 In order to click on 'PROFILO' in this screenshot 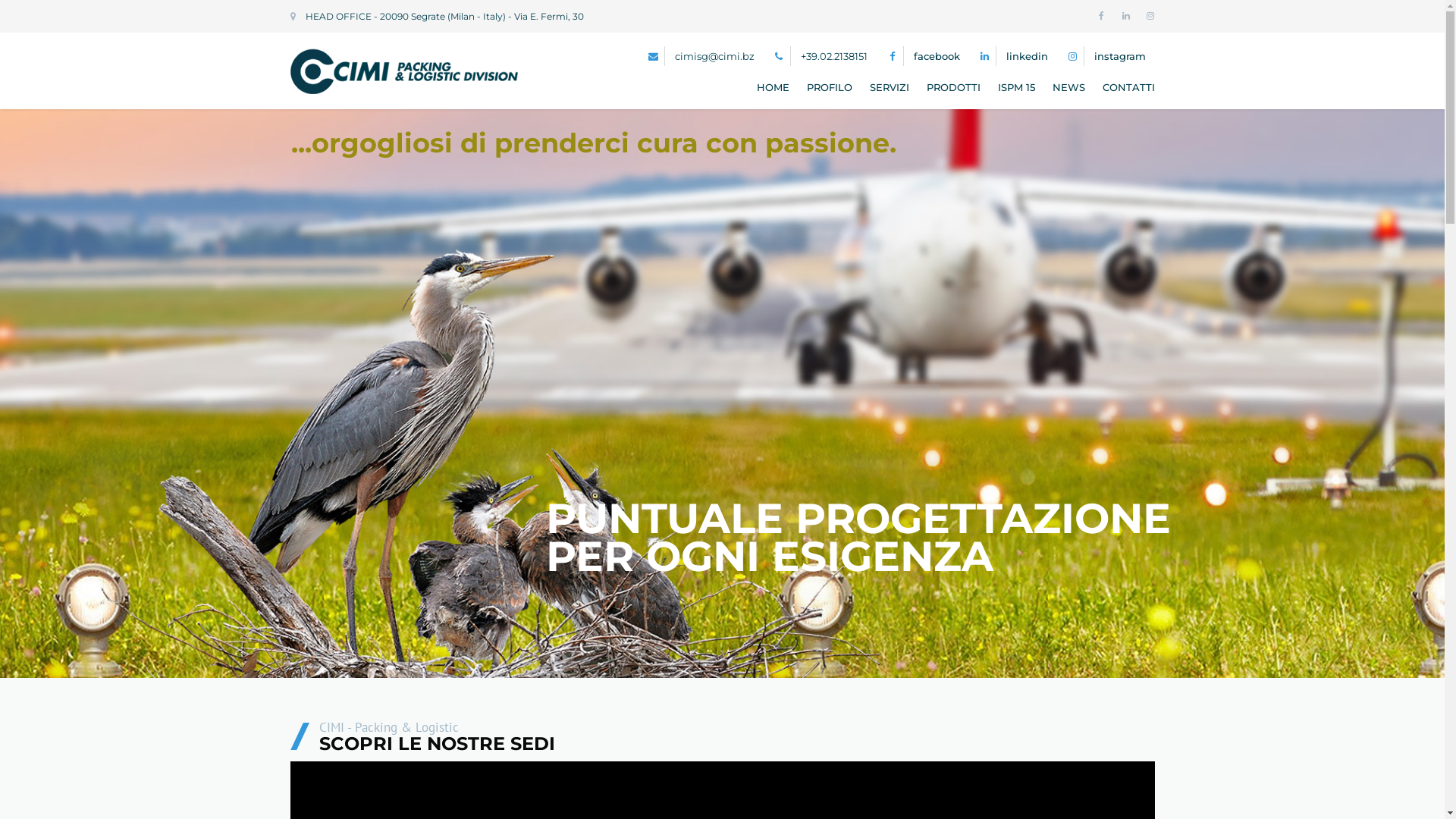, I will do `click(829, 87)`.